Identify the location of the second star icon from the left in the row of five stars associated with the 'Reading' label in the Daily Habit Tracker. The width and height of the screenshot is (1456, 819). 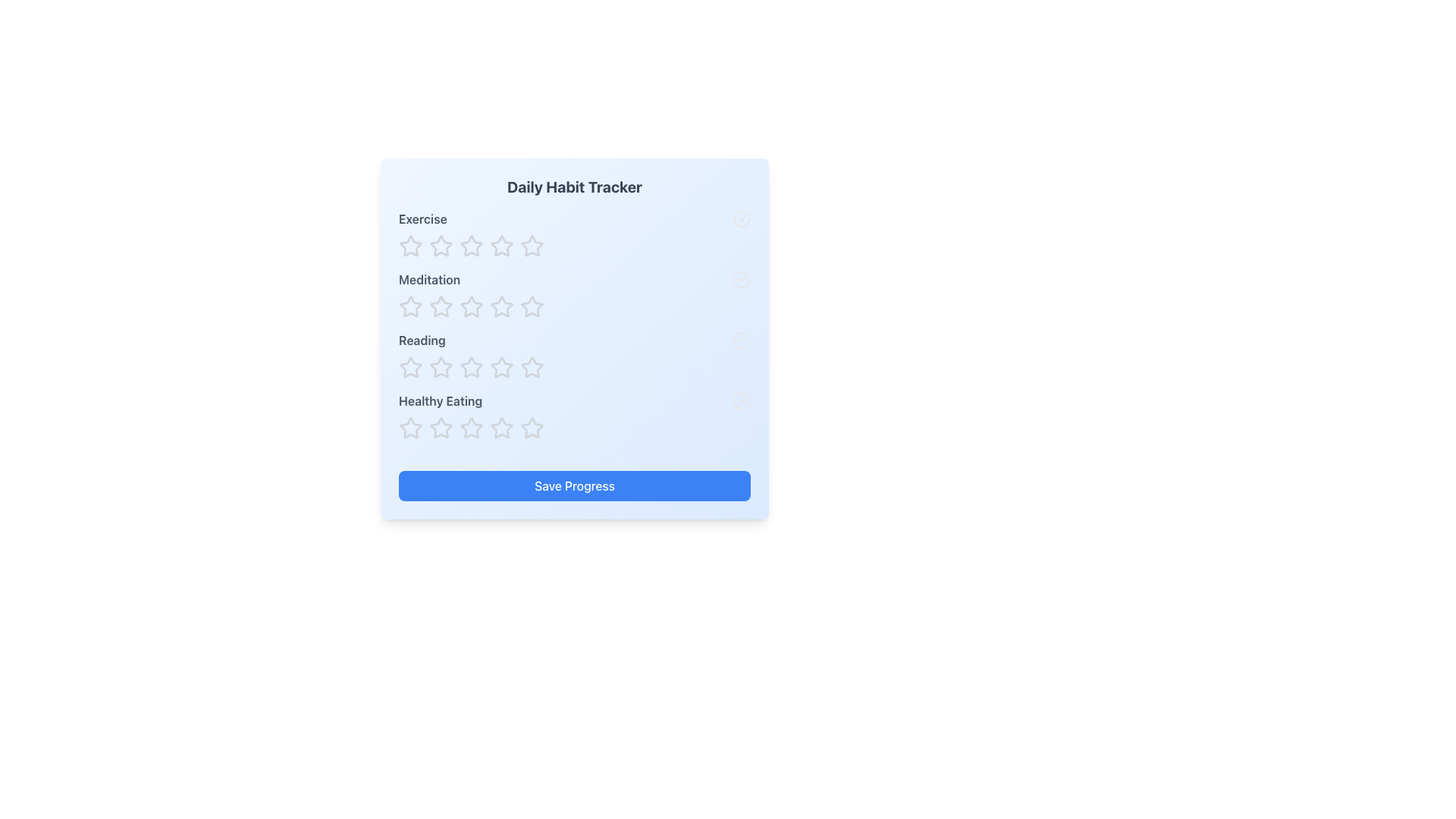
(501, 366).